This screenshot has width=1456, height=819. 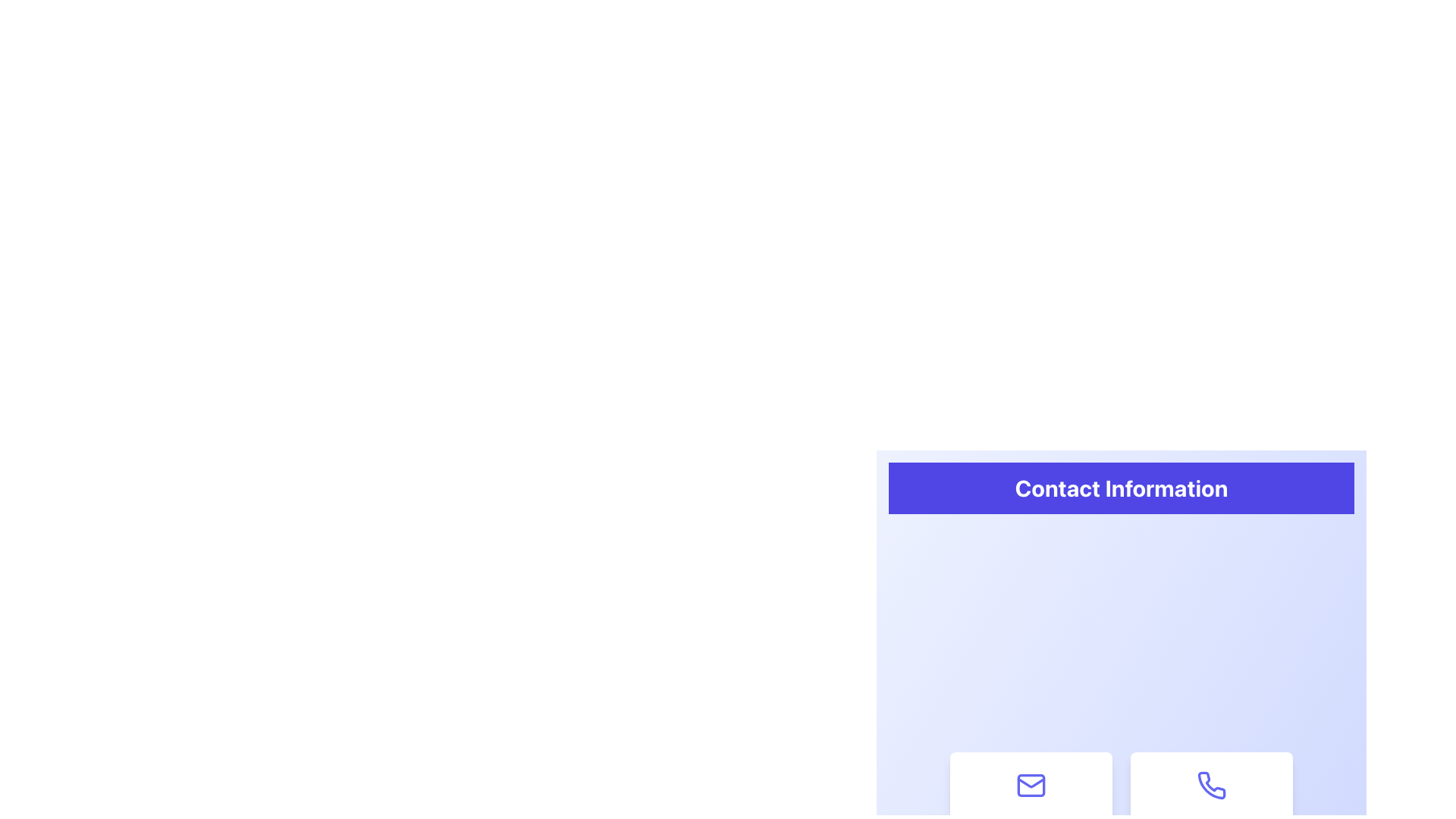 What do you see at coordinates (1121, 488) in the screenshot?
I see `the bold text label 'Contact Information' that is prominently displayed in white on an indigo background, located at the top of the card` at bounding box center [1121, 488].